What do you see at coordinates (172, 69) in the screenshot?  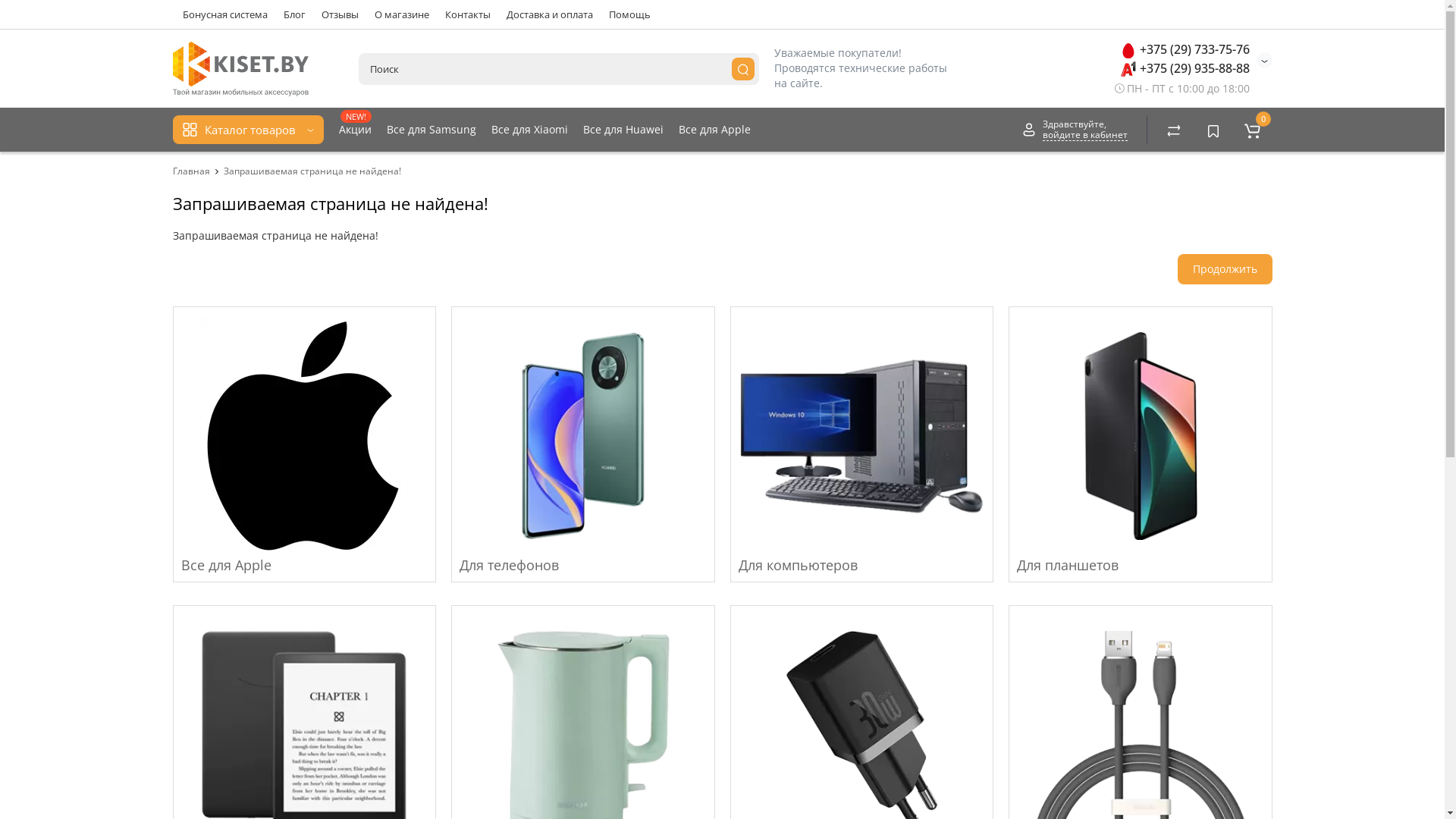 I see `'KISET.BY'` at bounding box center [172, 69].